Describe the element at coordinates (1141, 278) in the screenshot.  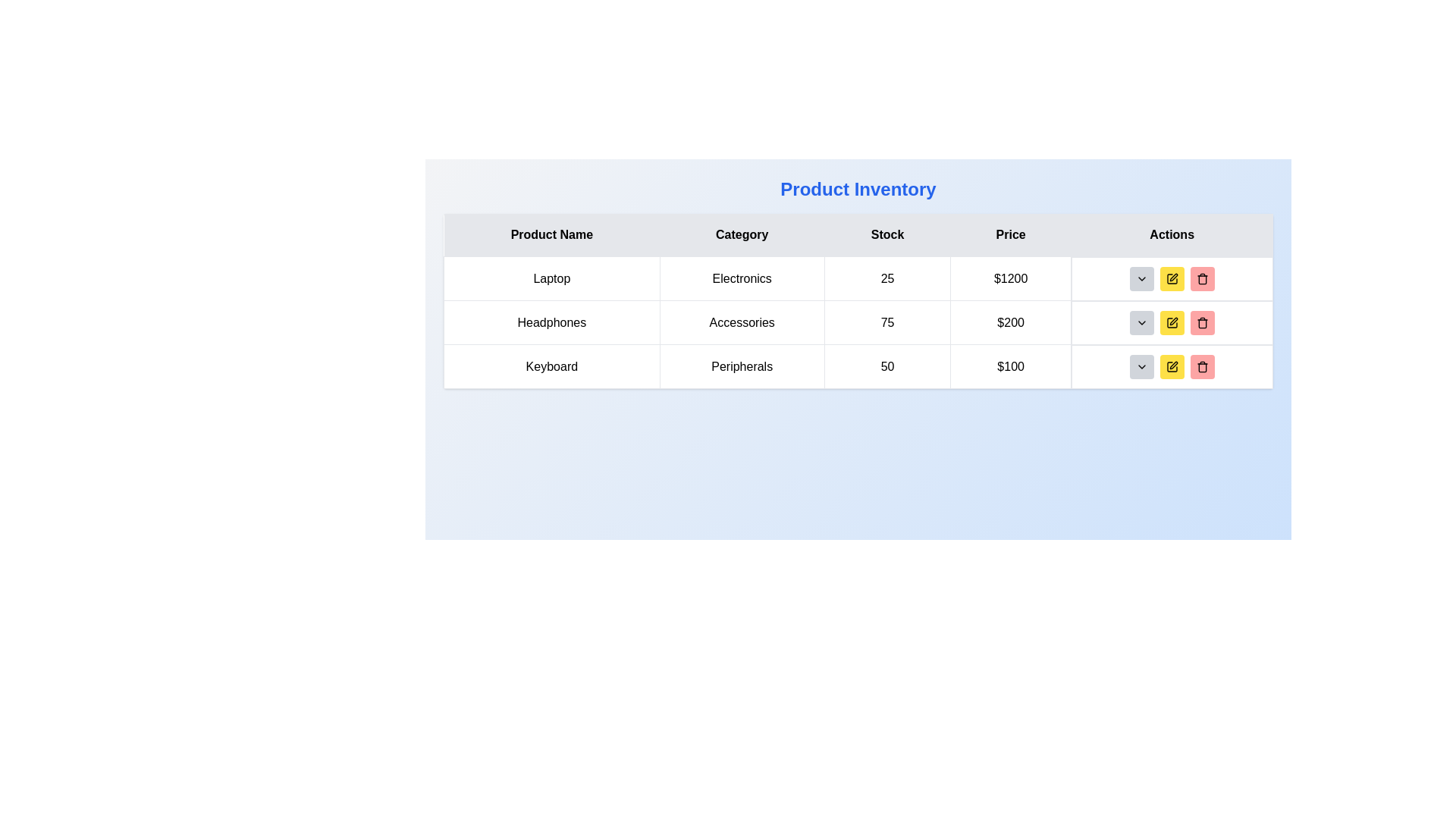
I see `the dropdown toggle button with chevron icon located in the 'Actions' column of the first row in the product inventory table` at that location.